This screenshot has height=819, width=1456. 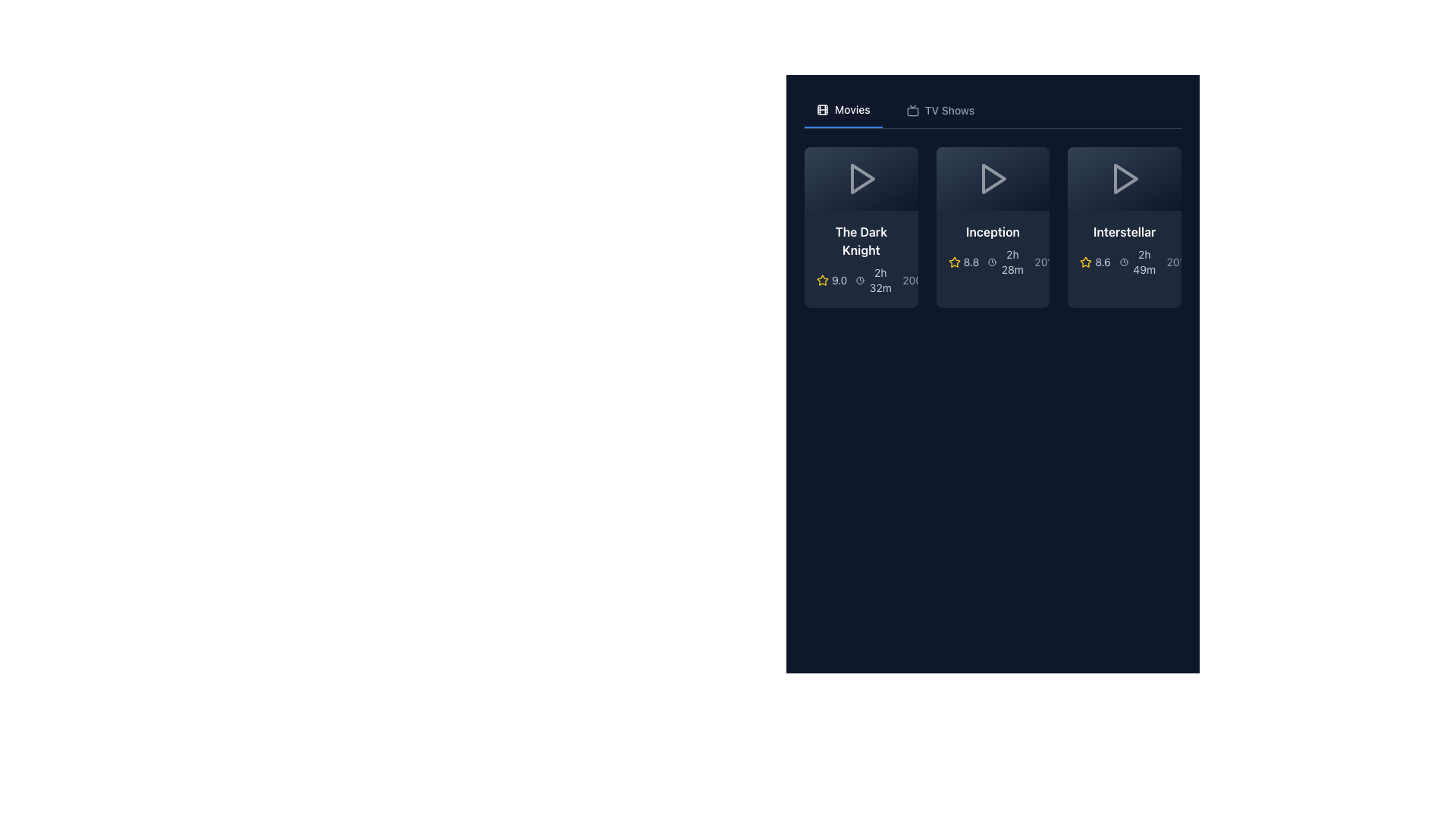 I want to click on the text element displaying the movie rating for 'Interstellar', located in the third column of the movie card grid, to provide users with feedback about the movie's quality, so click(x=1103, y=262).